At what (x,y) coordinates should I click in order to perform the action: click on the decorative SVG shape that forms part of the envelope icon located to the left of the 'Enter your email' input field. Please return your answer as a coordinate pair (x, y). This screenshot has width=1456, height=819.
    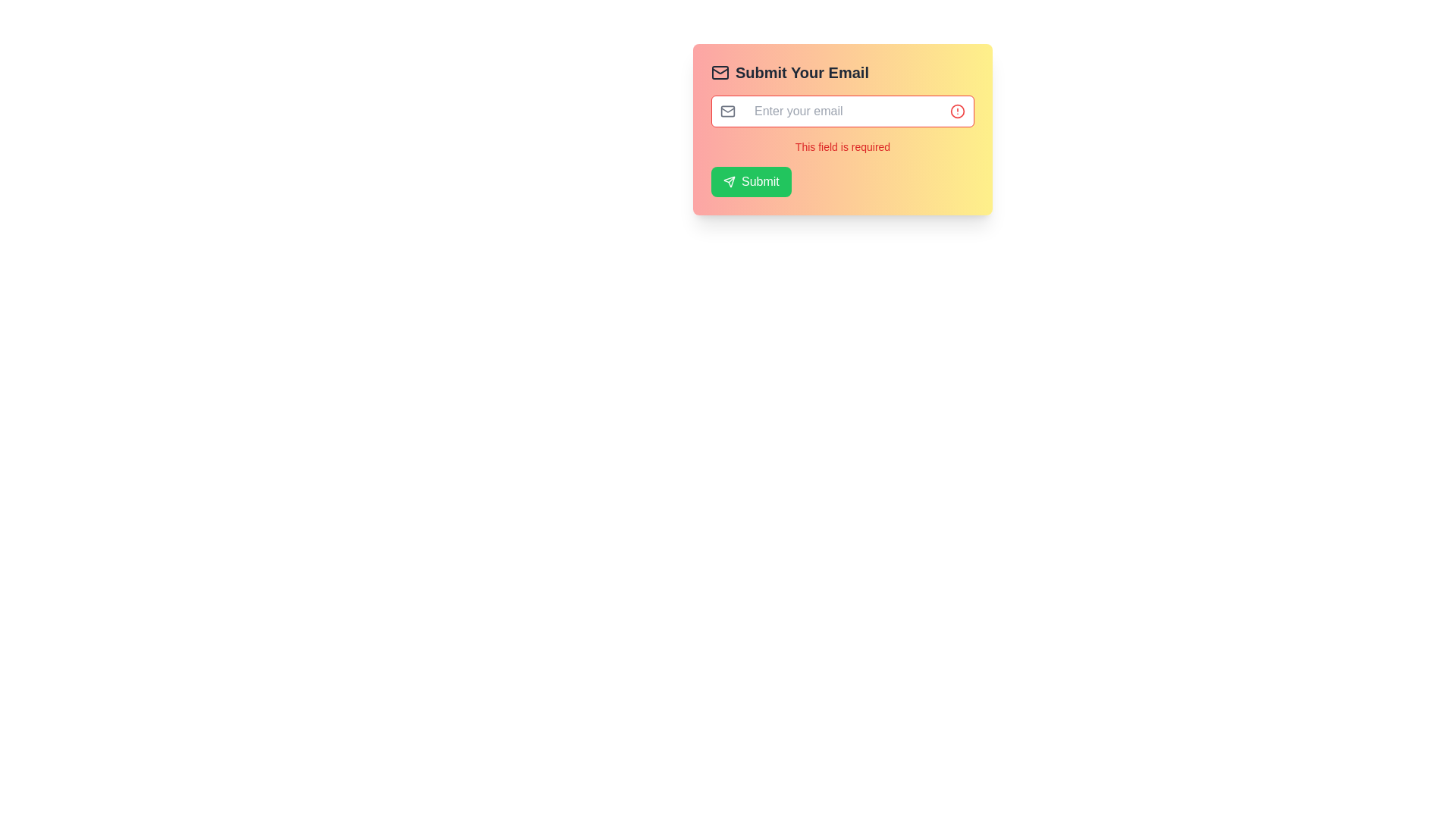
    Looking at the image, I should click on (728, 110).